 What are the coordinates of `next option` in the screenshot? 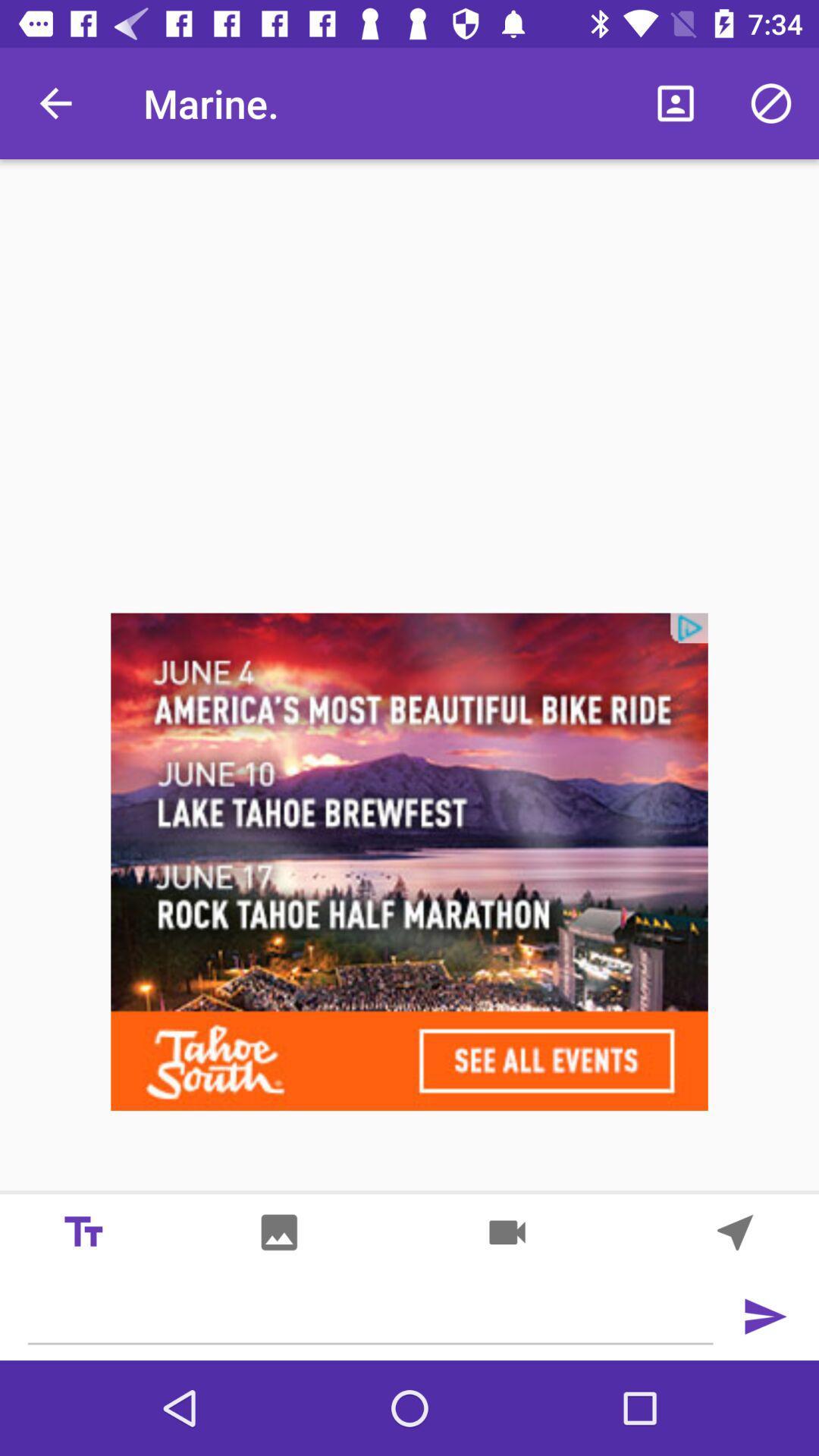 It's located at (764, 1316).